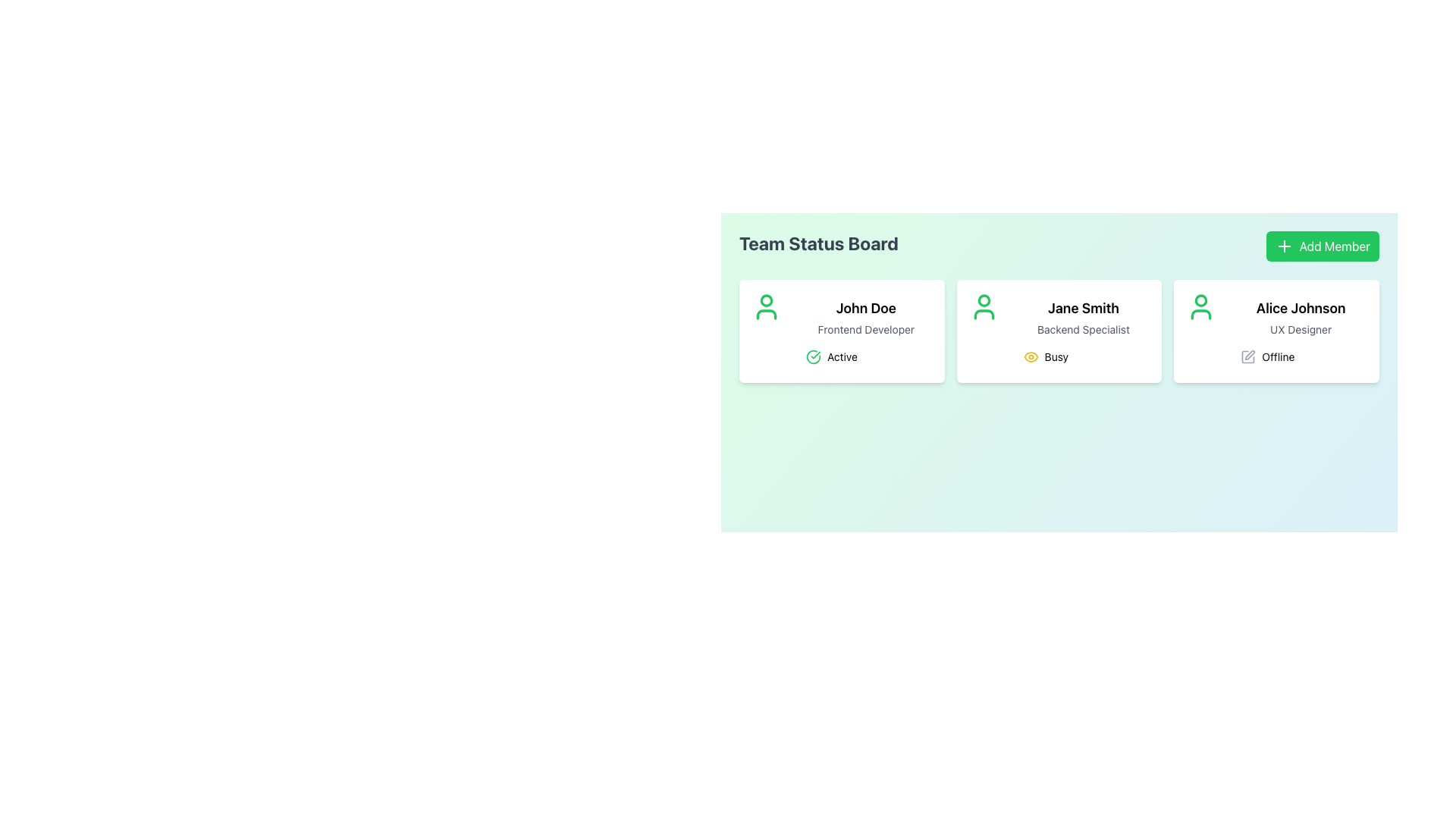 The width and height of the screenshot is (1456, 819). Describe the element at coordinates (1200, 300) in the screenshot. I see `circular graphic with a green border located in the third profile card from the left in the 'Team Status Board'` at that location.